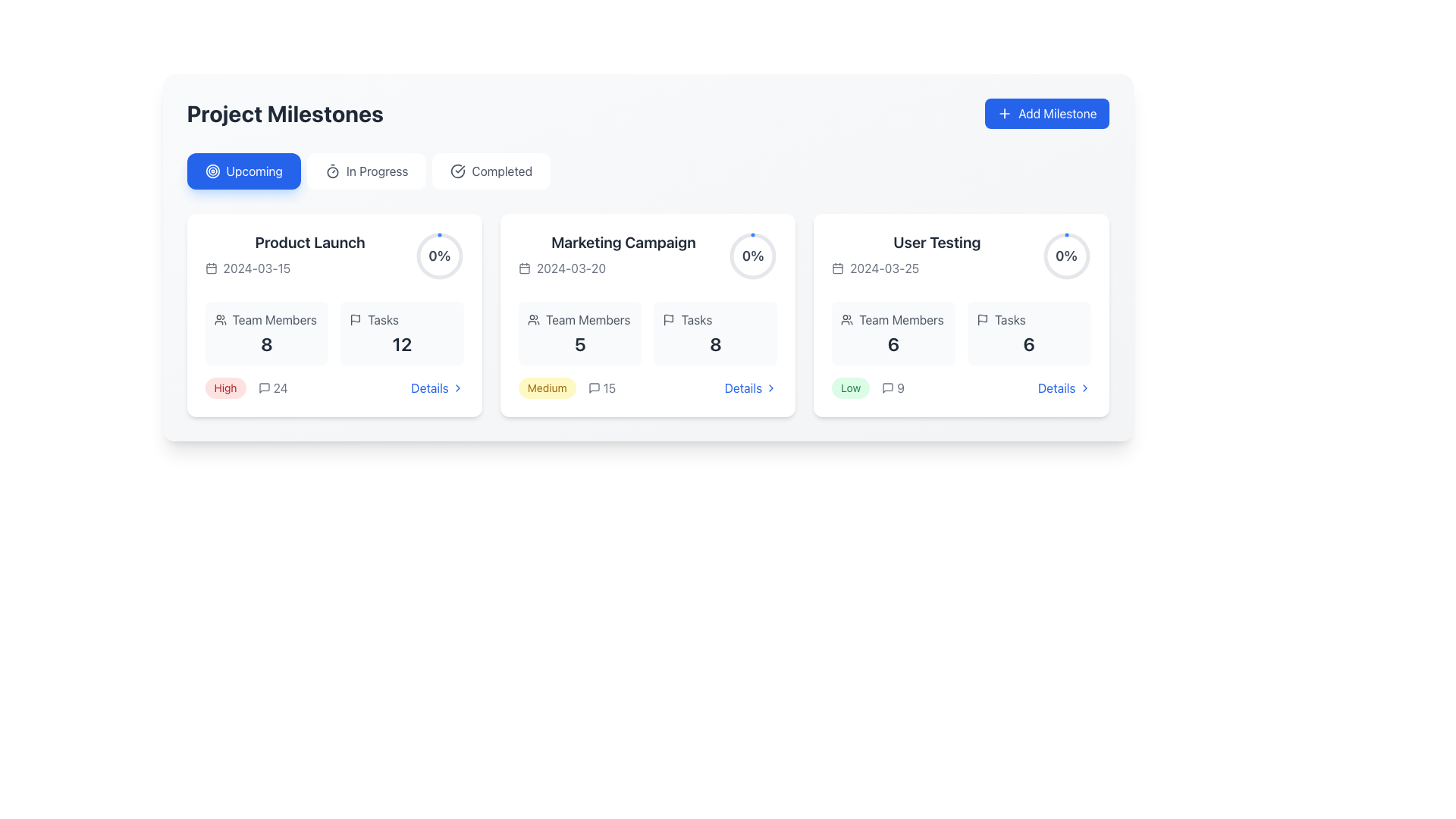 Image resolution: width=1456 pixels, height=819 pixels. I want to click on displayed percentage value from the Circular progress indicator located in the top-right corner of the 'User Testing' card, so click(1065, 256).